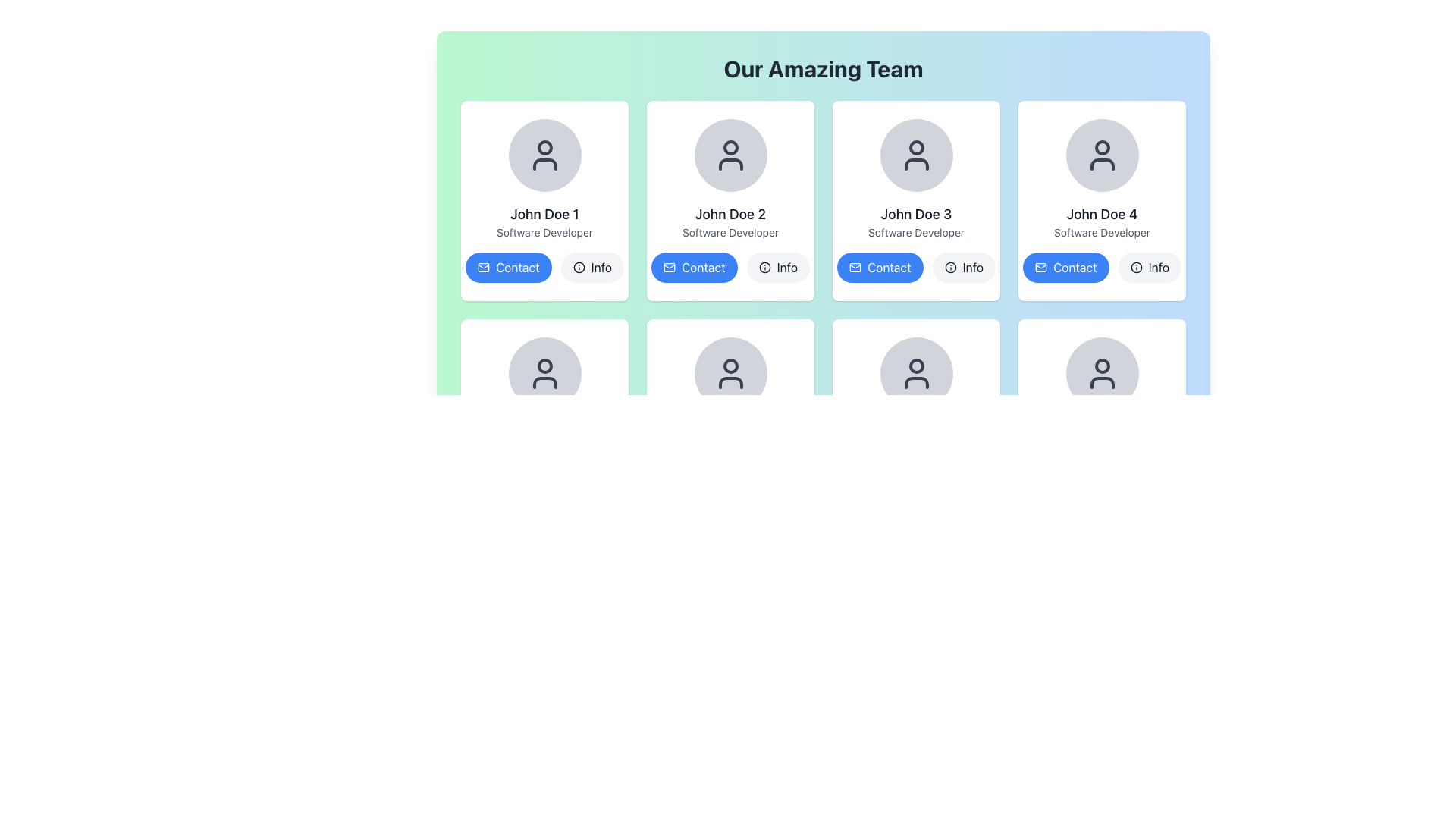 The width and height of the screenshot is (1456, 819). I want to click on the title text label in the fourth profile card located in the top row of the grid layout, so click(1102, 214).